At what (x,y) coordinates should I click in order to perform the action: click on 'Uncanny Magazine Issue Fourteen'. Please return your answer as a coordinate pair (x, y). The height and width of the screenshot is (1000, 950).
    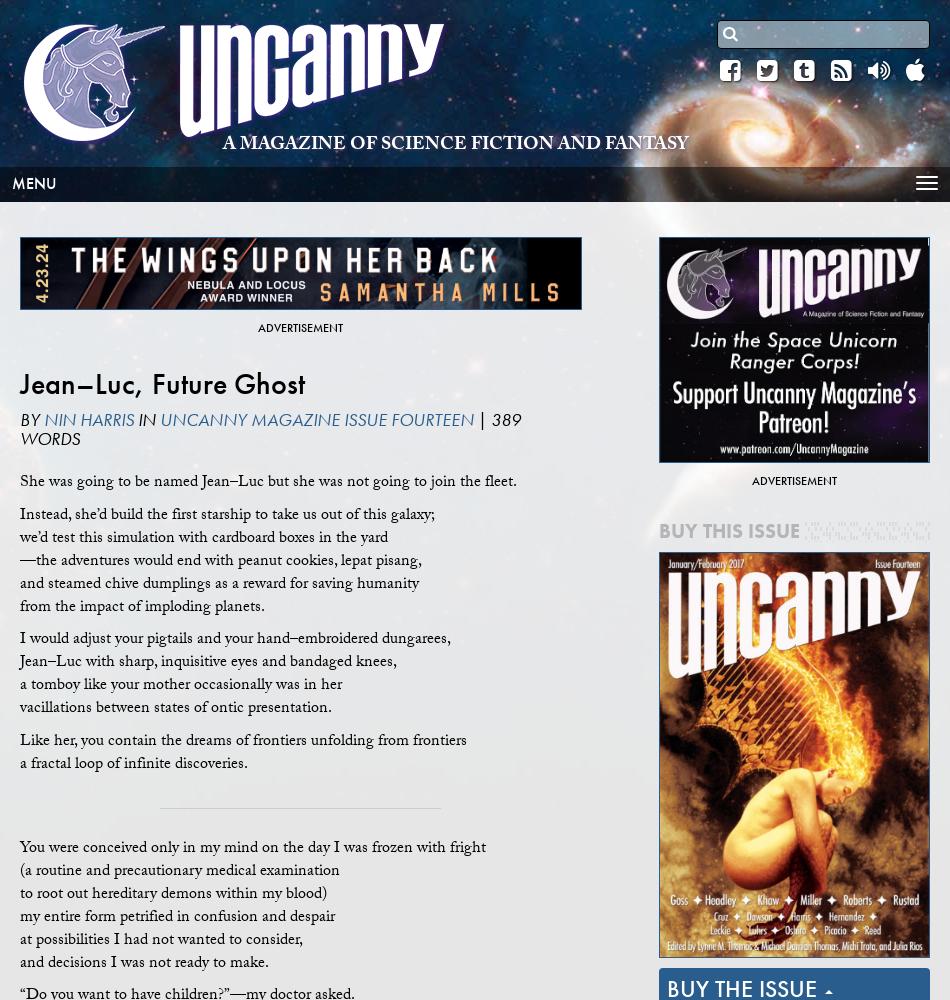
    Looking at the image, I should click on (314, 419).